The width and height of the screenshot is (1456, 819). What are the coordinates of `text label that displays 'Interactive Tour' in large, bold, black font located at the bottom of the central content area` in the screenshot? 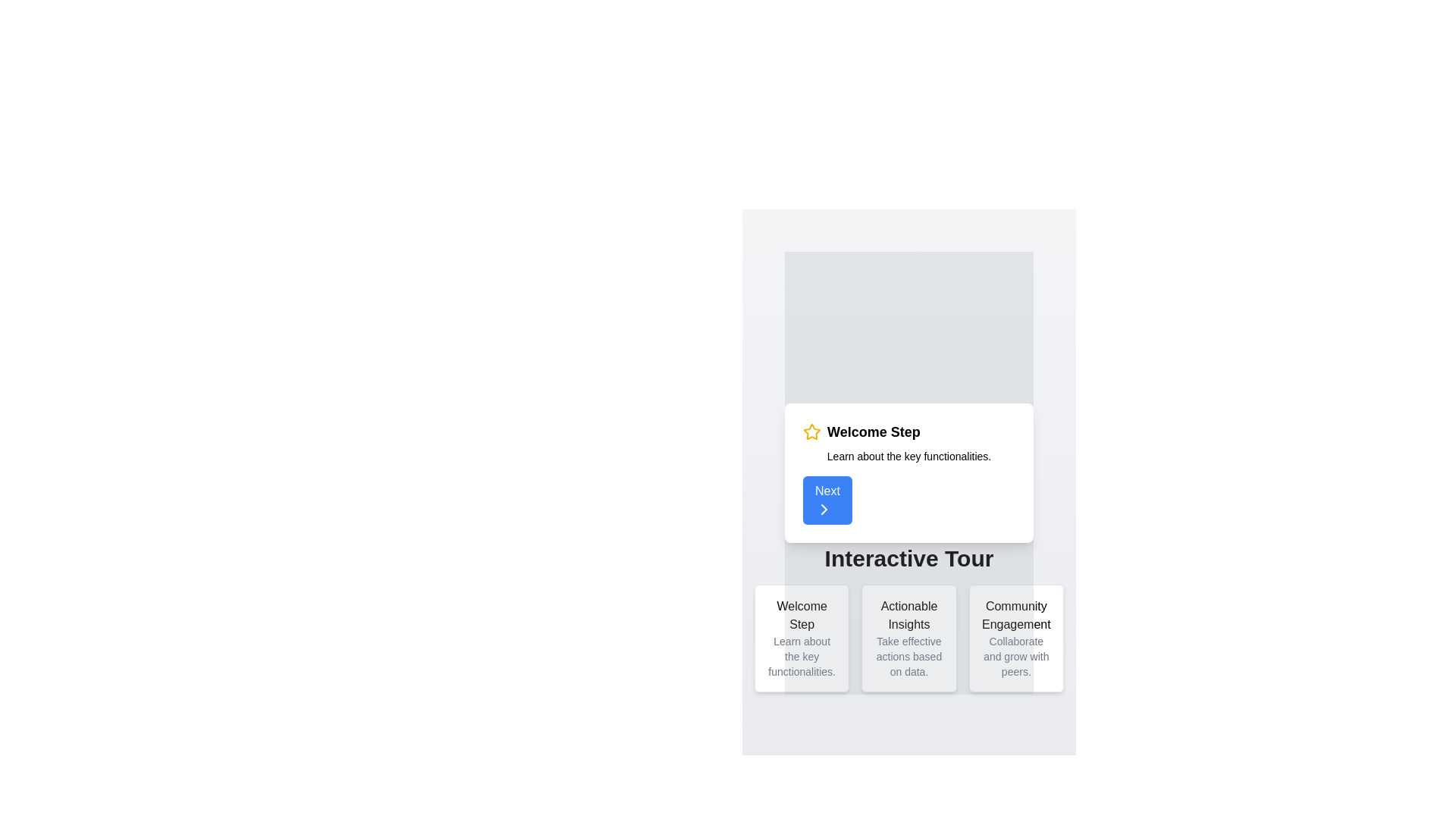 It's located at (909, 558).